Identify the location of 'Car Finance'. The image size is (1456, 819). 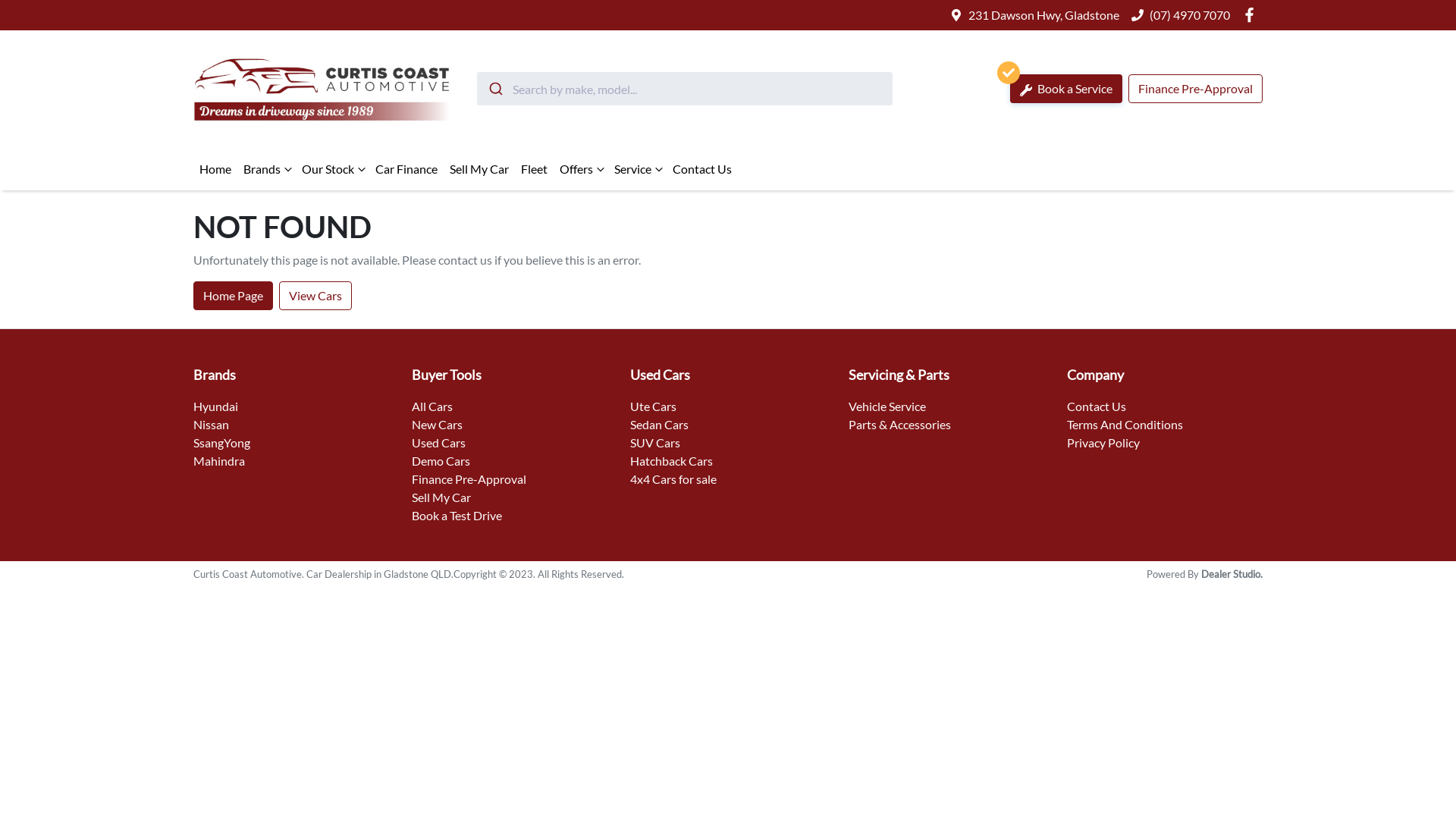
(406, 169).